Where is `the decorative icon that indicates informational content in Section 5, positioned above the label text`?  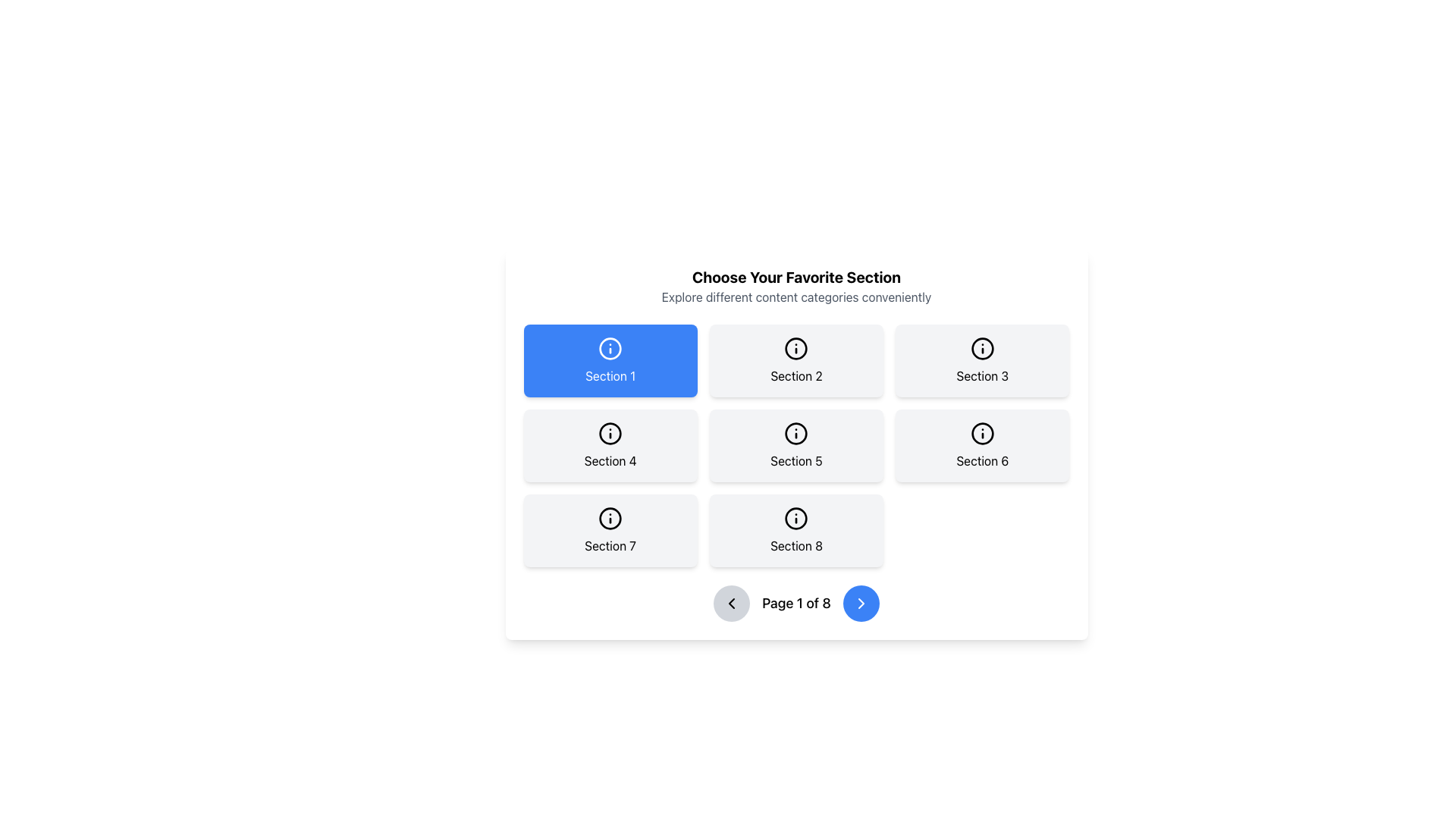 the decorative icon that indicates informational content in Section 5, positioned above the label text is located at coordinates (795, 433).